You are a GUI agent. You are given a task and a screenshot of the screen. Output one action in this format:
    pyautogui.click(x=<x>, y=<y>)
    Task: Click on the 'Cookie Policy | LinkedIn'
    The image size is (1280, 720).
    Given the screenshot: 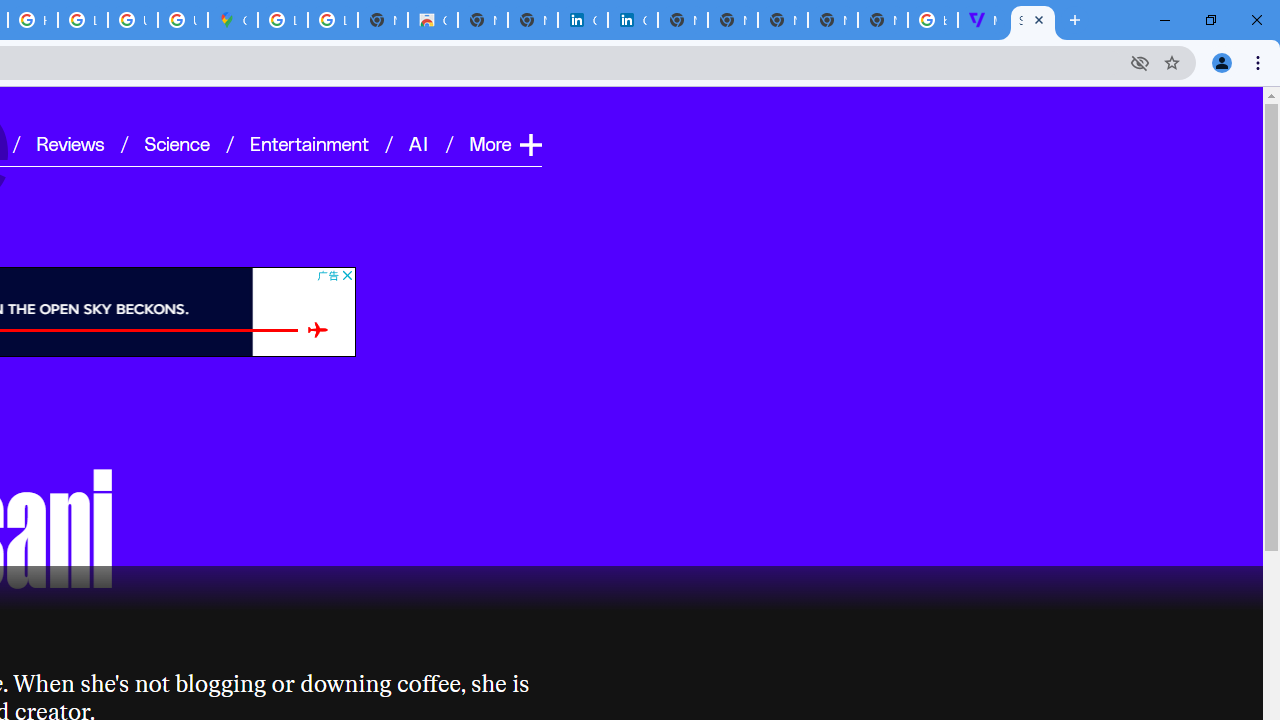 What is the action you would take?
    pyautogui.click(x=631, y=20)
    